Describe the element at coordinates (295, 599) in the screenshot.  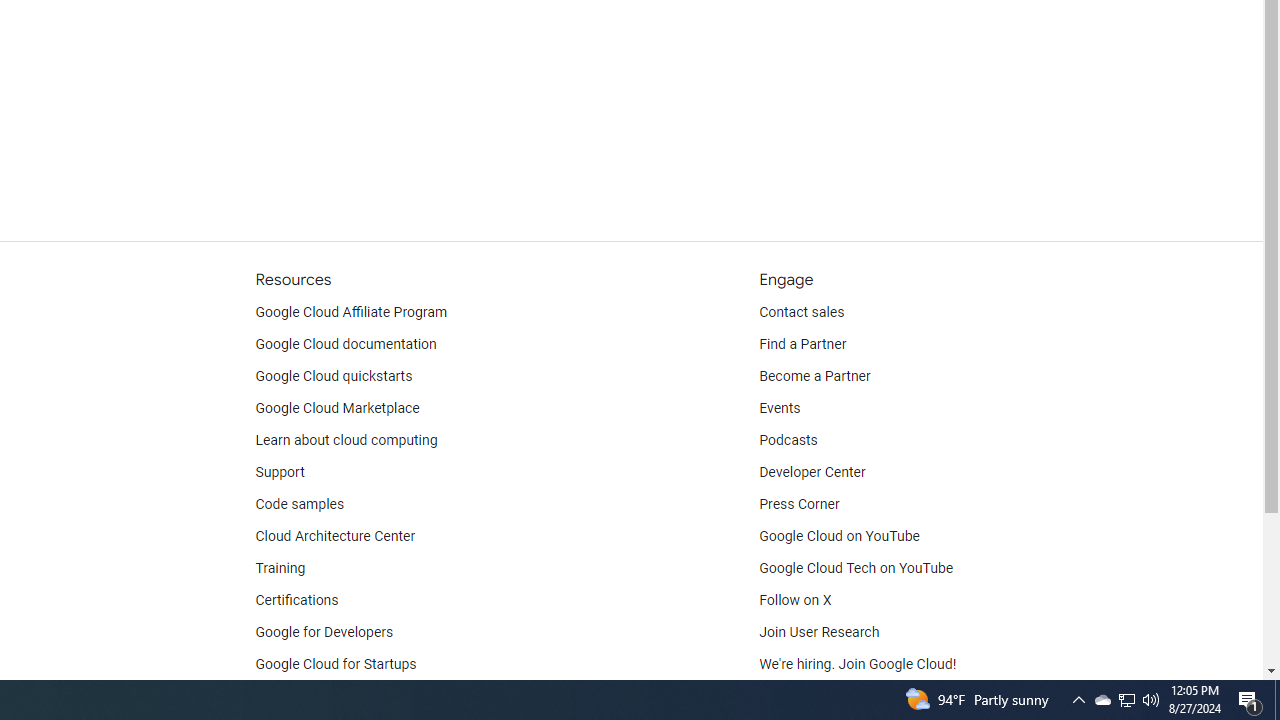
I see `'Certifications'` at that location.